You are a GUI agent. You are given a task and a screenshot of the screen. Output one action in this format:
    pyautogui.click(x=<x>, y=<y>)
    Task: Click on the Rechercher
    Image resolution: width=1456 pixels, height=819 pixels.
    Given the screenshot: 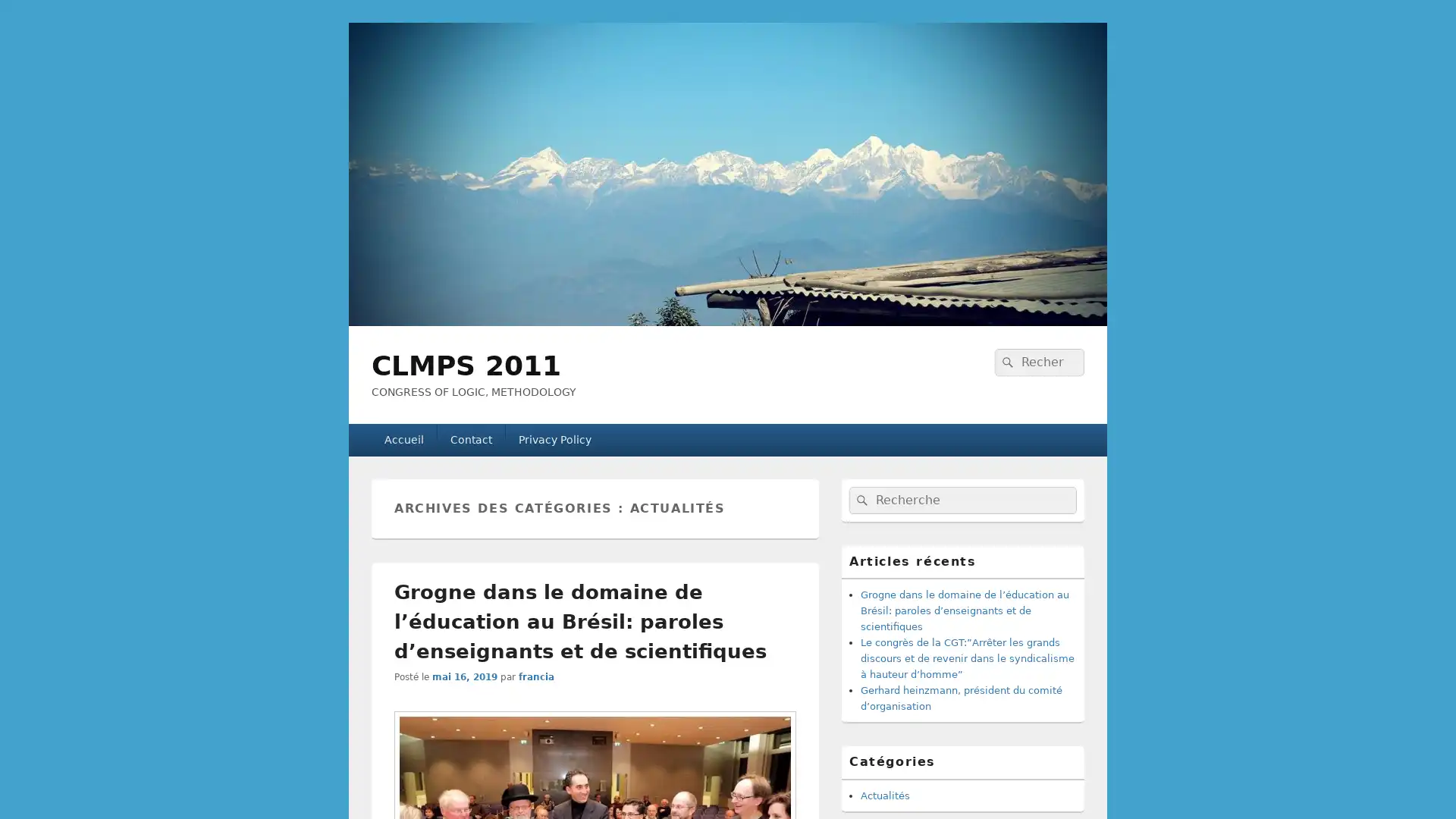 What is the action you would take?
    pyautogui.click(x=860, y=500)
    